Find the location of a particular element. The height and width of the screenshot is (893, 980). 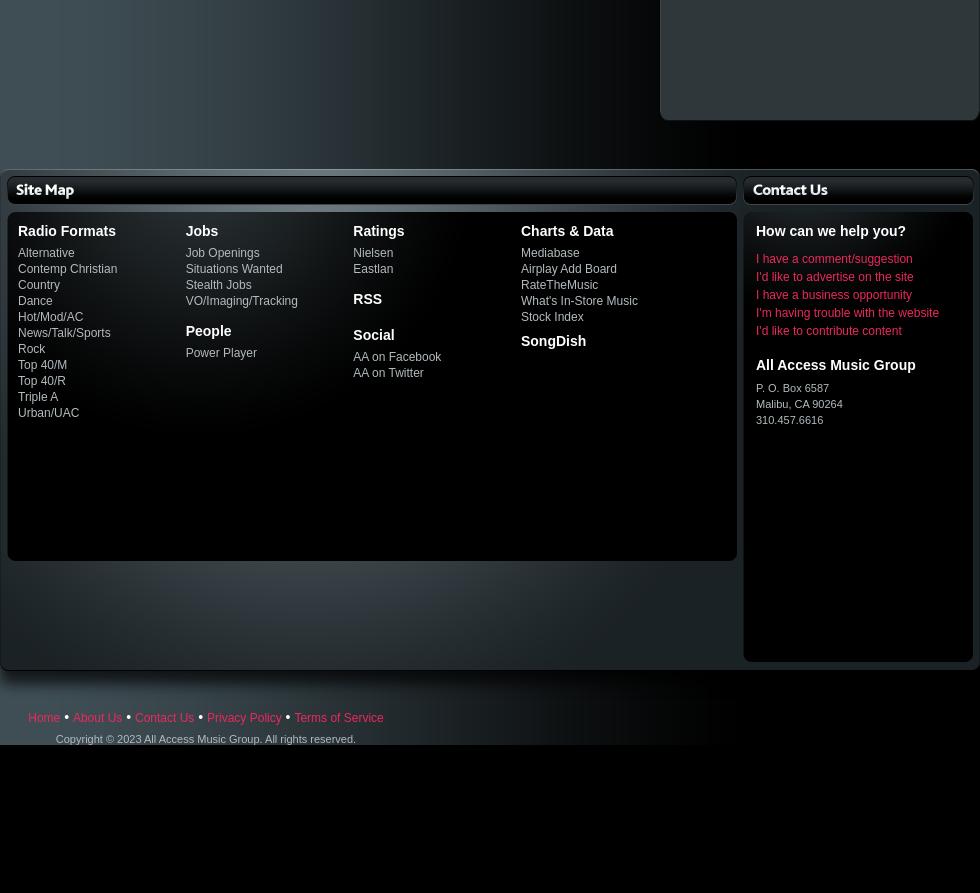

'Eastlan' is located at coordinates (372, 267).